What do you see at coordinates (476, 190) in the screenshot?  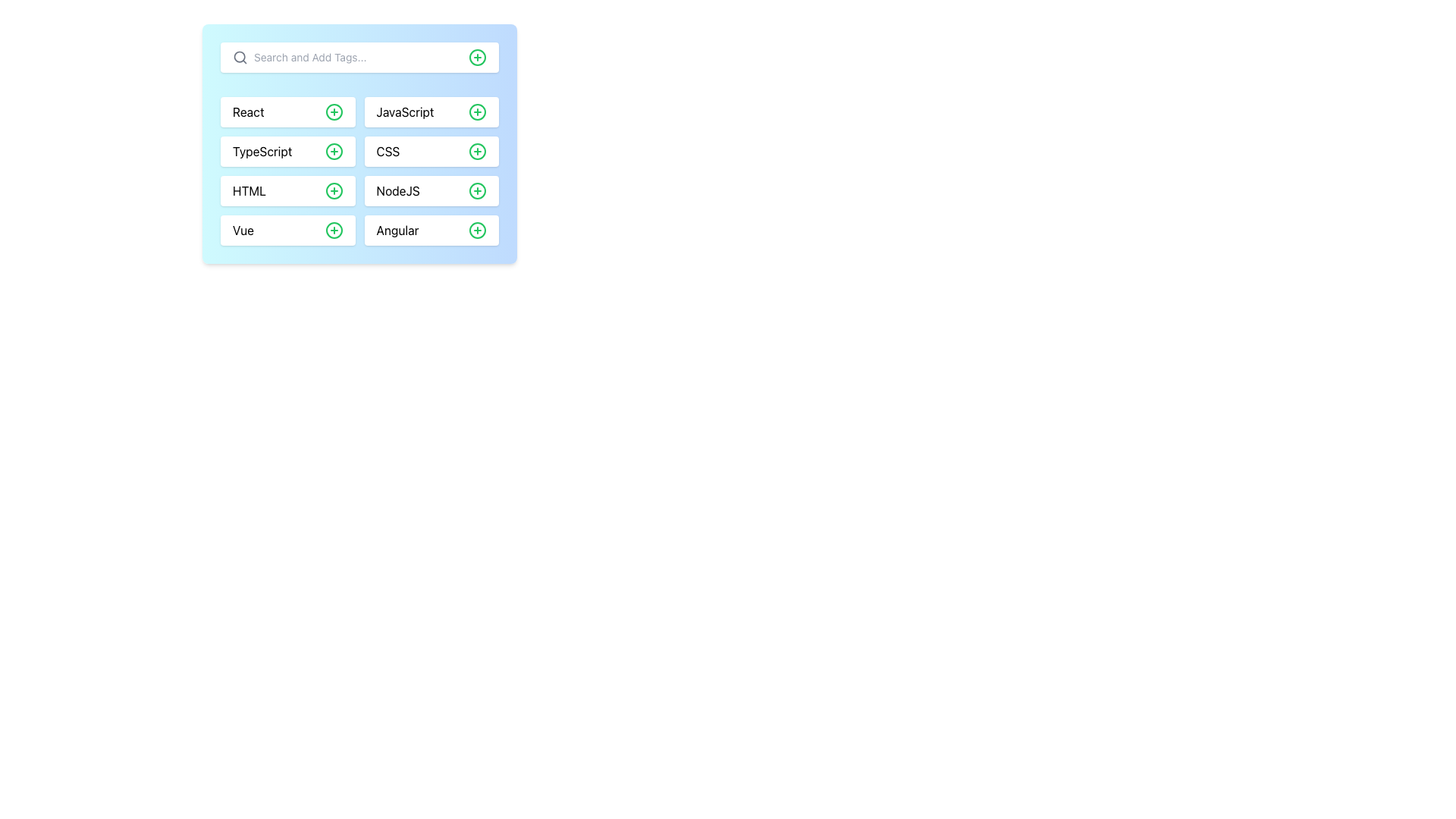 I see `the circular element of the '+' icon located in the third row and second column of the grid, which is associated with adding 'NodeJS' to the list of selected items` at bounding box center [476, 190].